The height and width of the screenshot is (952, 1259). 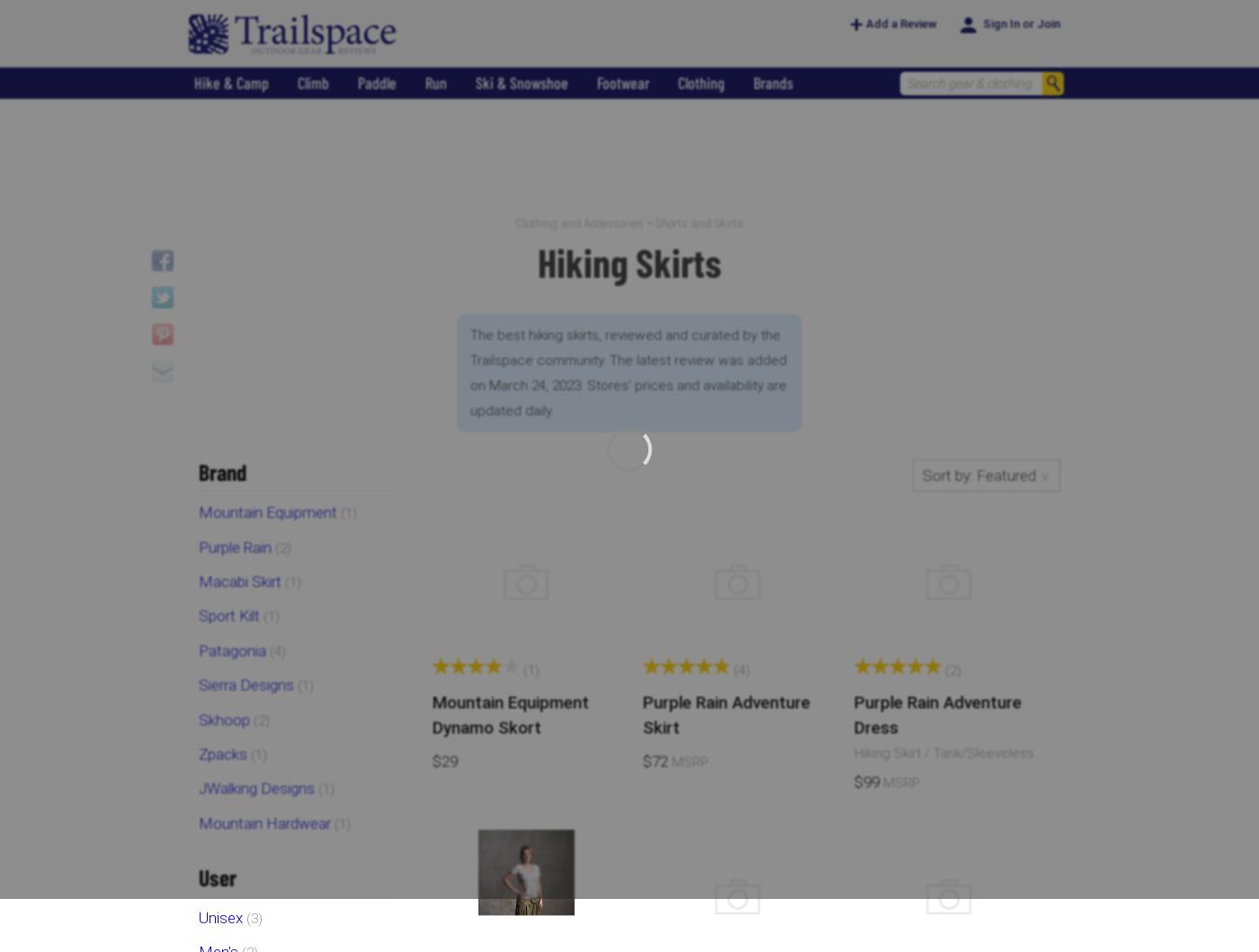 I want to click on 'Clothing and Accessories', so click(x=579, y=223).